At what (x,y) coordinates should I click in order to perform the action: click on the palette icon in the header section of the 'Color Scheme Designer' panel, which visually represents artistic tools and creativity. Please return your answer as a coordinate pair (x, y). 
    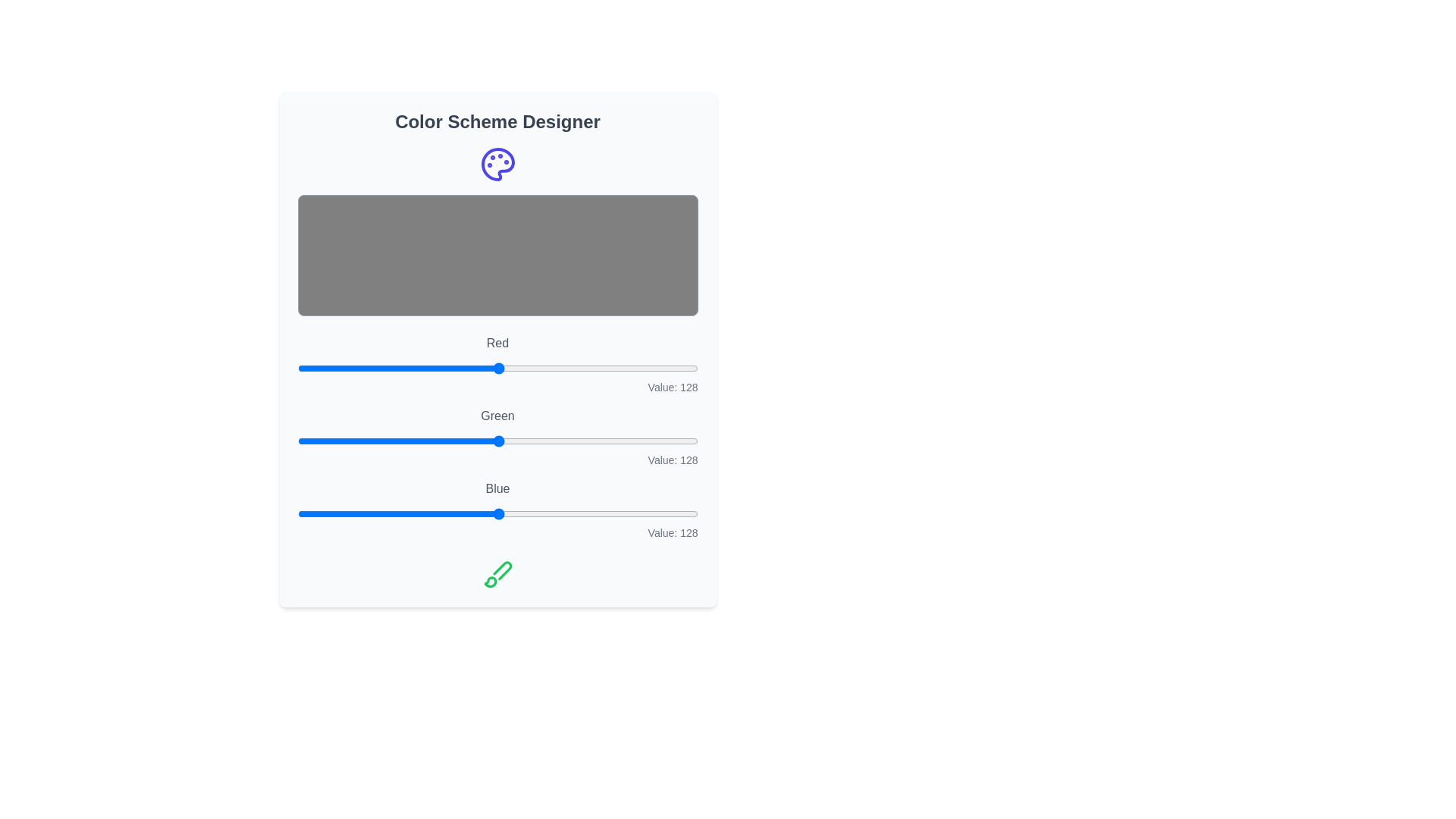
    Looking at the image, I should click on (497, 164).